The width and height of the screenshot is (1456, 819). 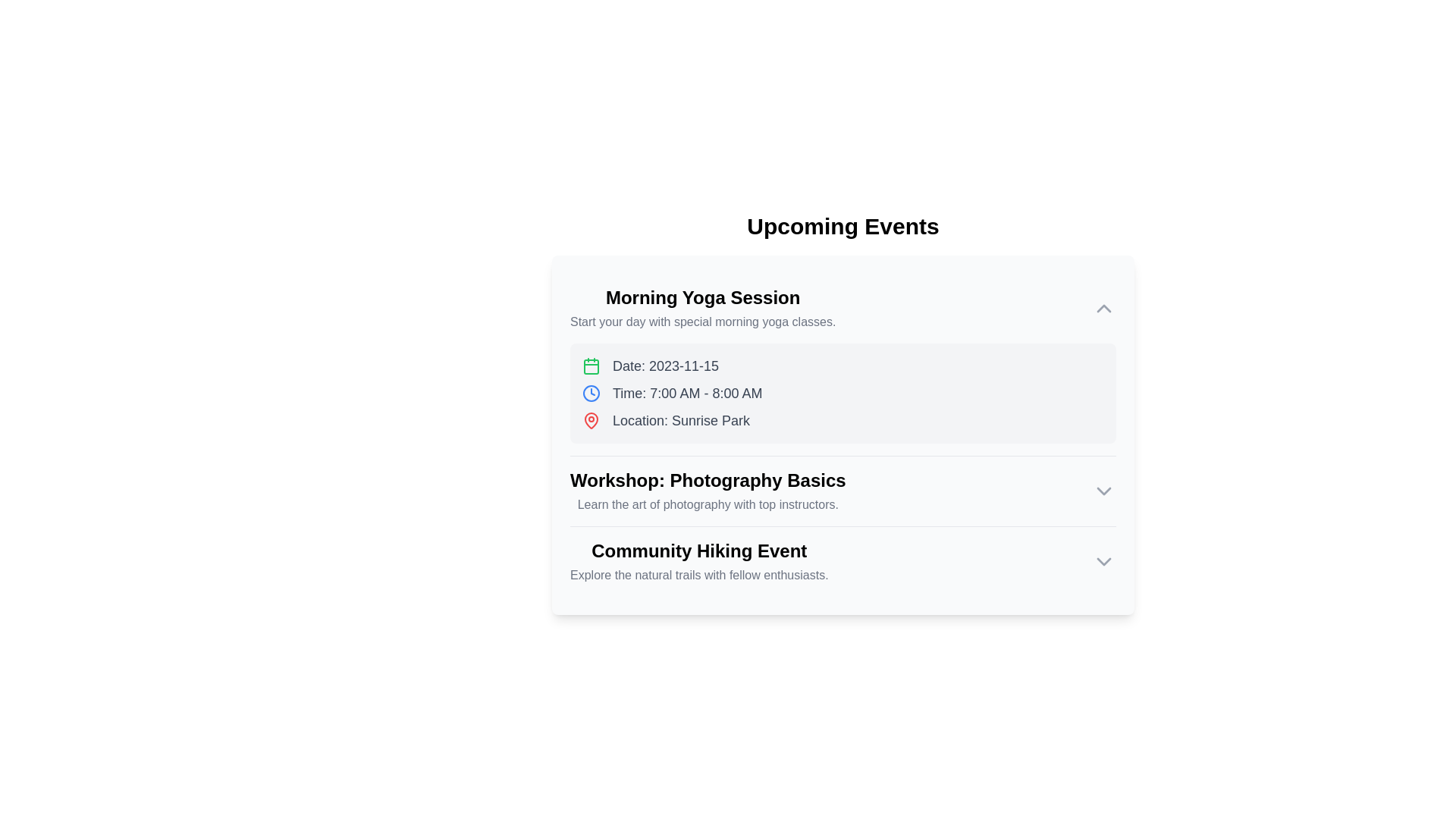 What do you see at coordinates (707, 480) in the screenshot?
I see `the header text for the event titled 'Workshop: Photography Basics', which is located in the second event card under 'Upcoming Events'` at bounding box center [707, 480].